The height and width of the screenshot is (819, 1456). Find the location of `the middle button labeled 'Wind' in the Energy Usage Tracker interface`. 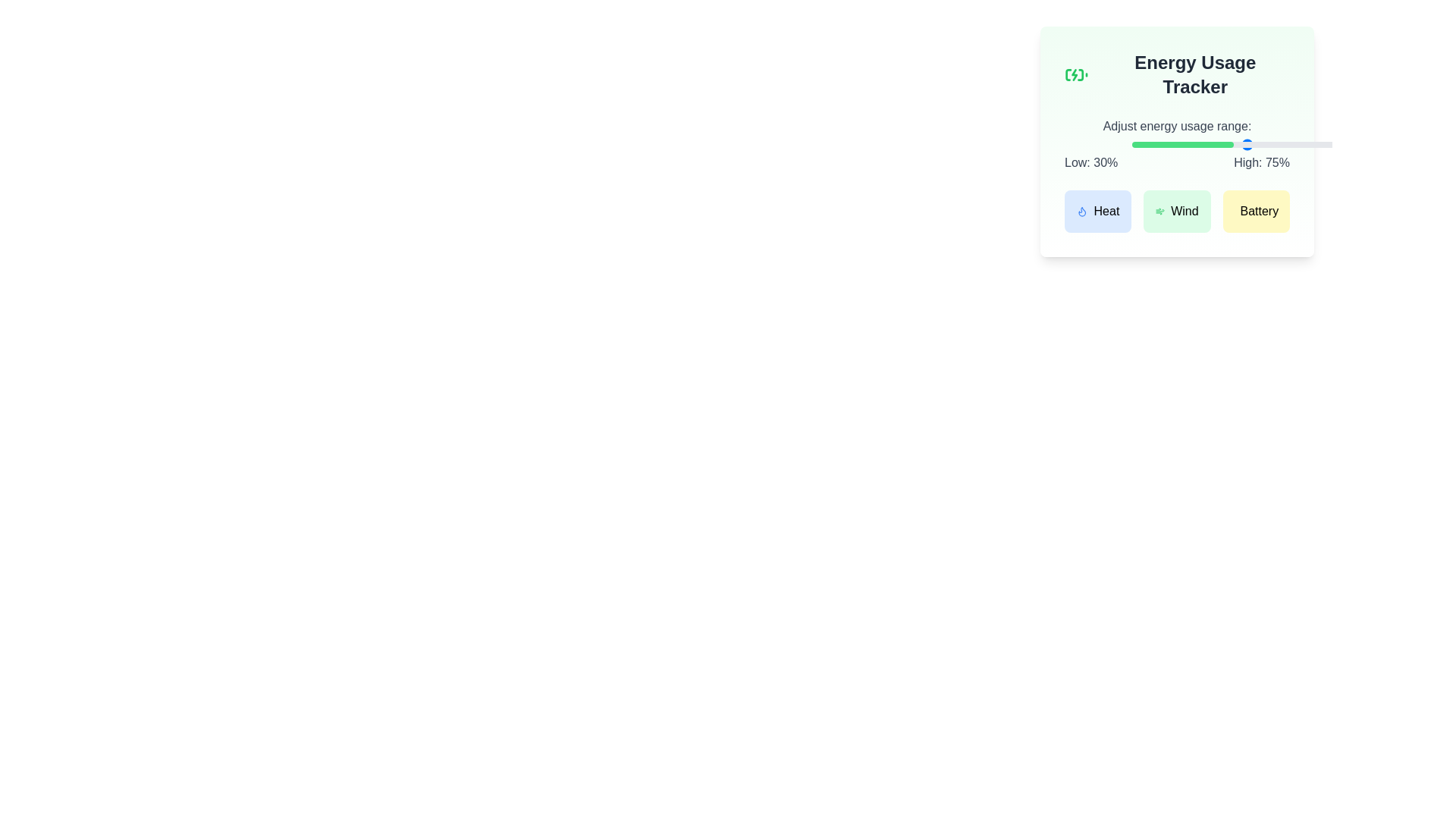

the middle button labeled 'Wind' in the Energy Usage Tracker interface is located at coordinates (1176, 211).